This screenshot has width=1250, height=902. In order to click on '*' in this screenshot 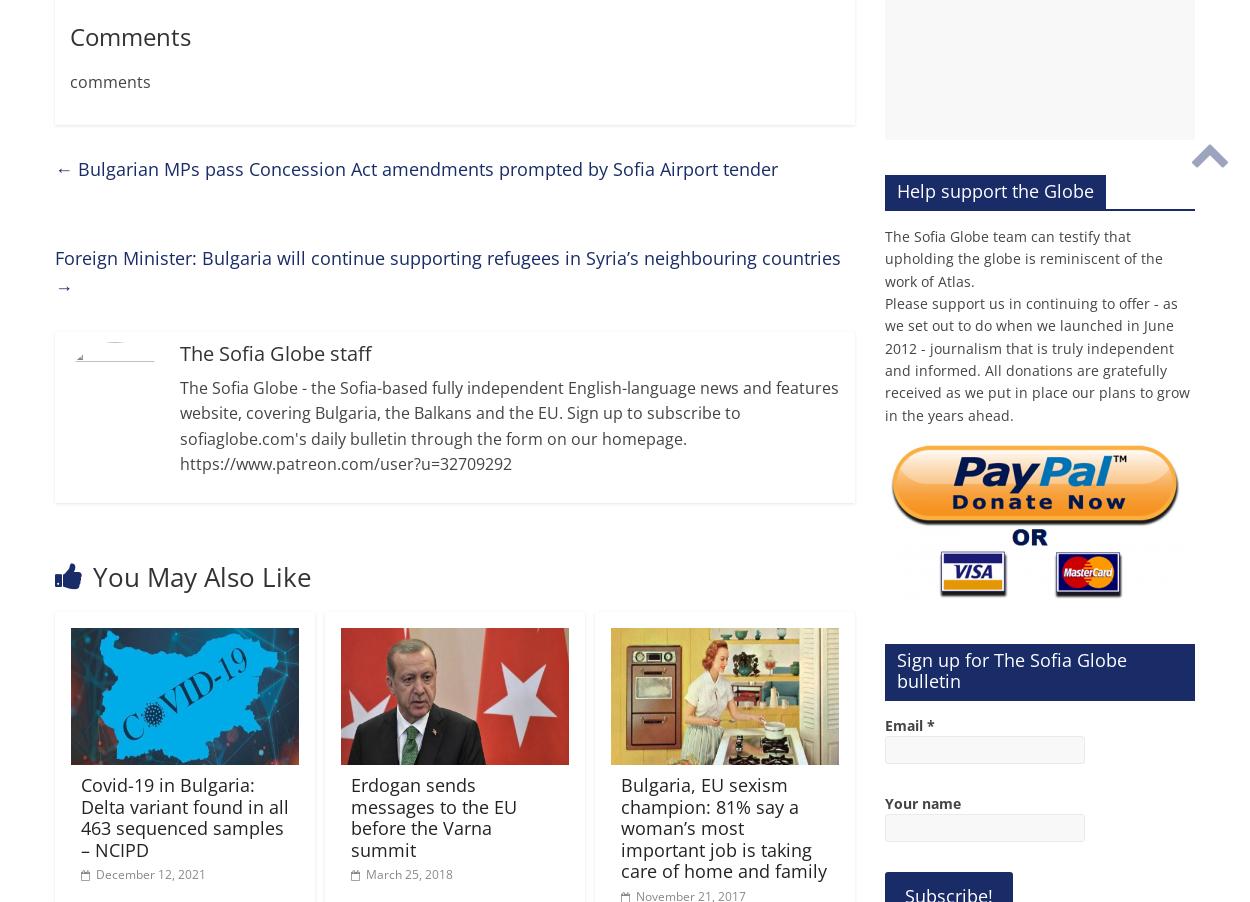, I will do `click(931, 724)`.